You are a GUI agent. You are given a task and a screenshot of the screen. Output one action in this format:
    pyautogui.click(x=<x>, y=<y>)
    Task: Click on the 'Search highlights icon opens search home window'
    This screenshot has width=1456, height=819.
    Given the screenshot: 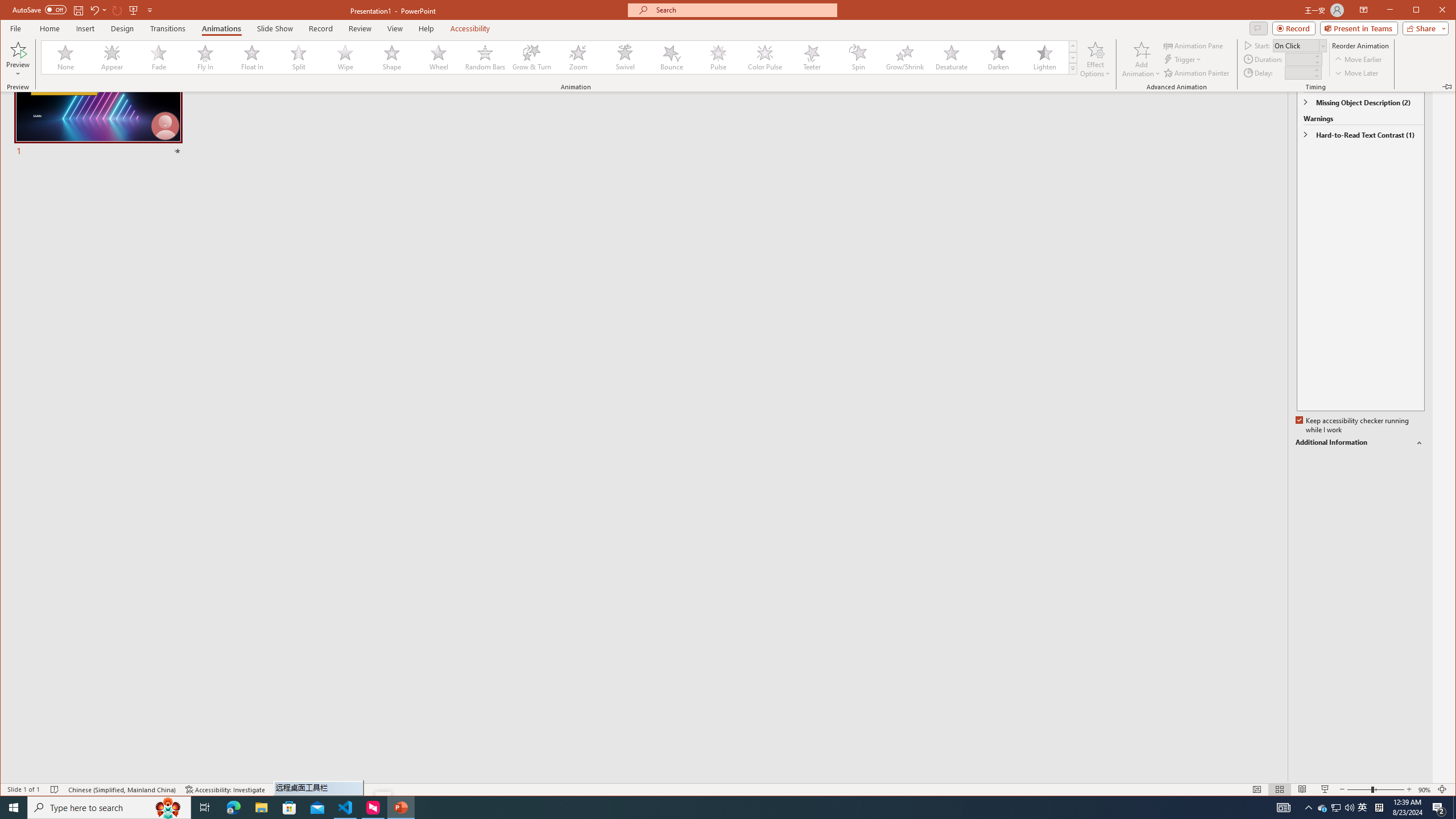 What is the action you would take?
    pyautogui.click(x=167, y=806)
    